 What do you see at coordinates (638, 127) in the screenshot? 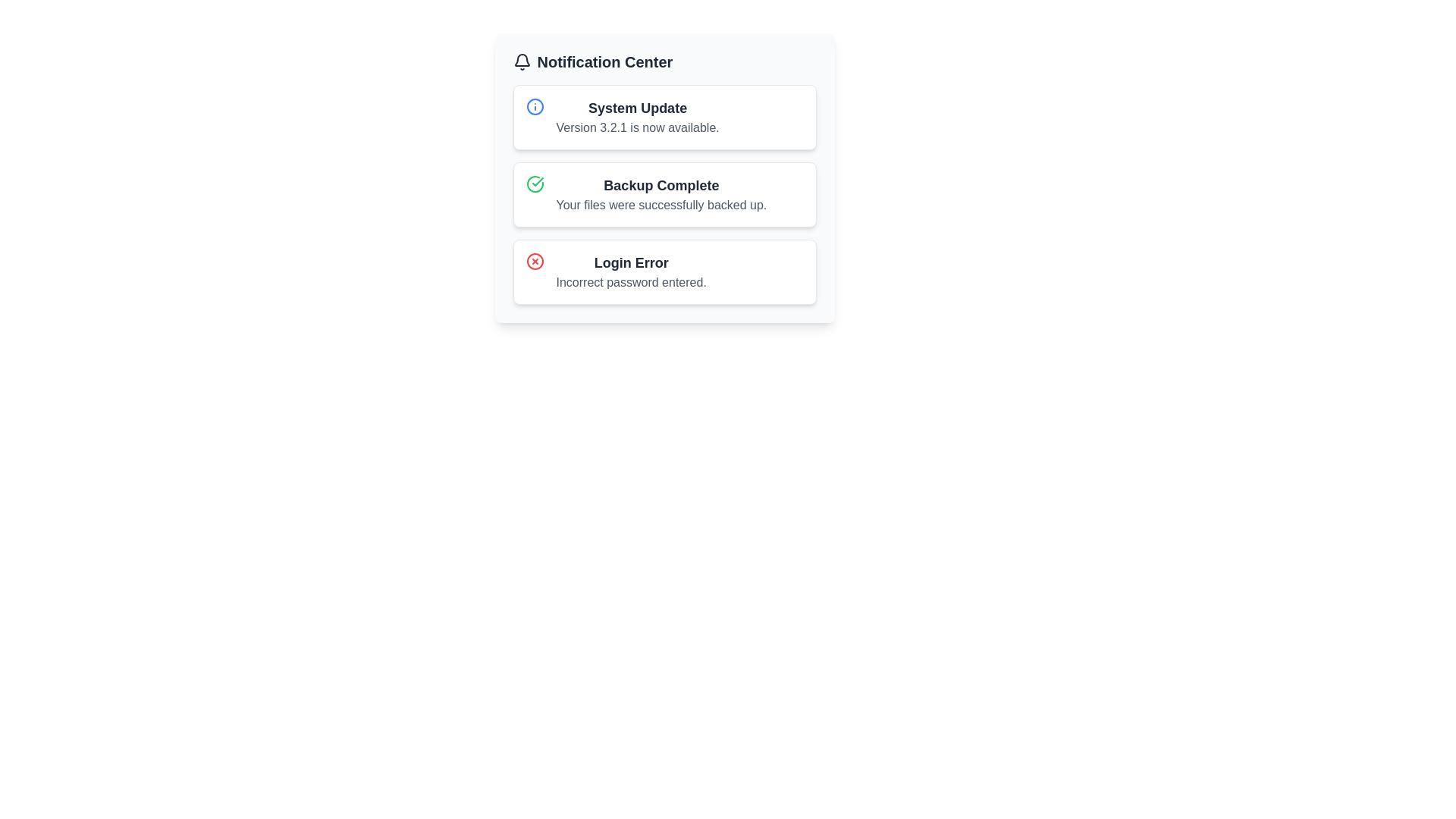
I see `the text element displaying 'Version 3.2.1 is now available.' located directly below the title 'System Update' in the notification panel` at bounding box center [638, 127].